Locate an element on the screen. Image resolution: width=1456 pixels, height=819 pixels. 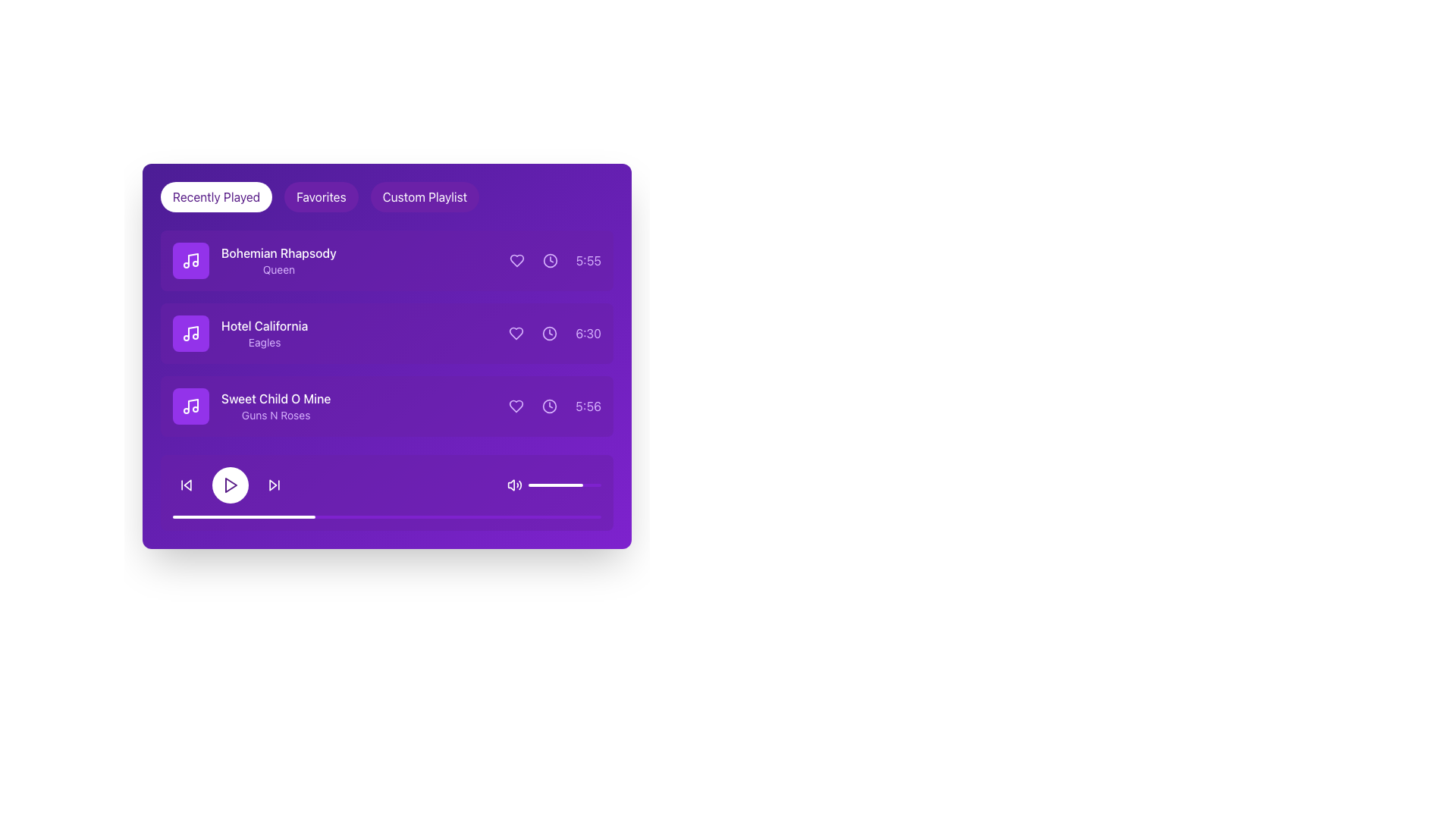
the heart icon located in the first row, to the left of the clock icon, to change its color is located at coordinates (516, 259).